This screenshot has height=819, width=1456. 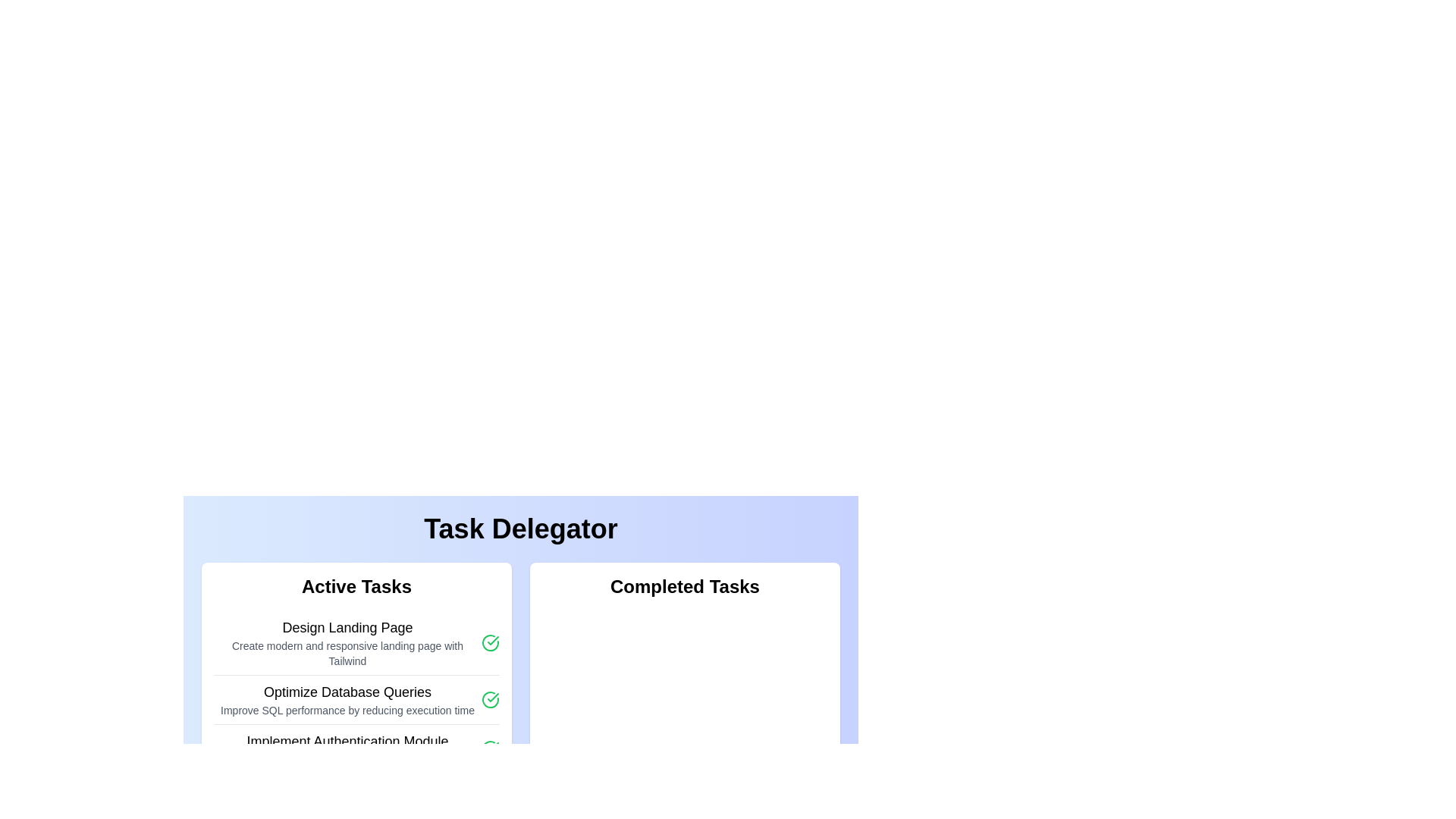 I want to click on the text label that reads 'Create modern and responsive landing page with Tailwind', located beneath the heading 'Design Landing Page' in the 'Active Tasks' section of the interface, so click(x=347, y=652).